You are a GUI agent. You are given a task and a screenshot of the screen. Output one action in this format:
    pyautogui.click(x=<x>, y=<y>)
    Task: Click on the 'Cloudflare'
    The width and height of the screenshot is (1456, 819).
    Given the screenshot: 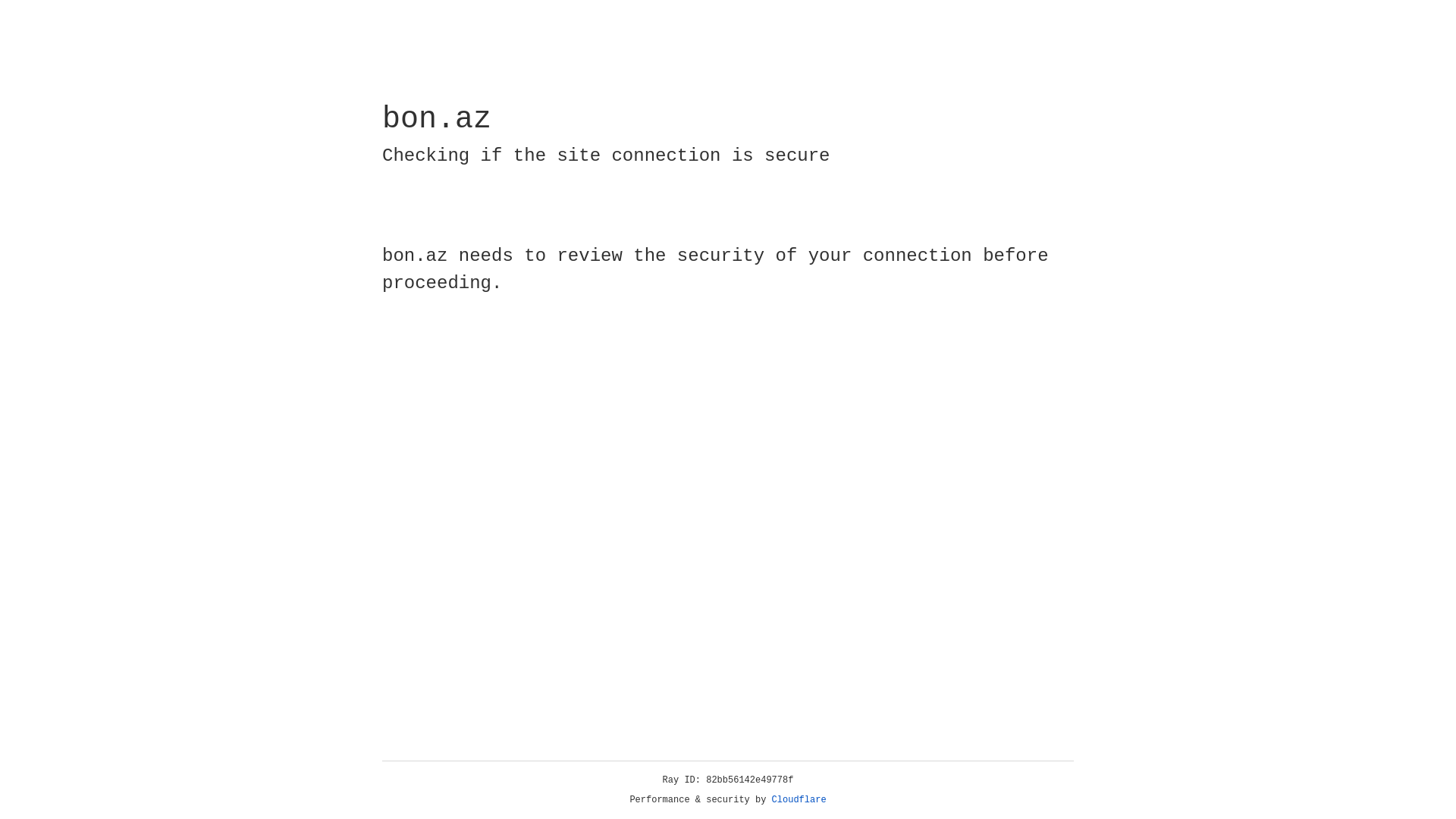 What is the action you would take?
    pyautogui.click(x=799, y=799)
    